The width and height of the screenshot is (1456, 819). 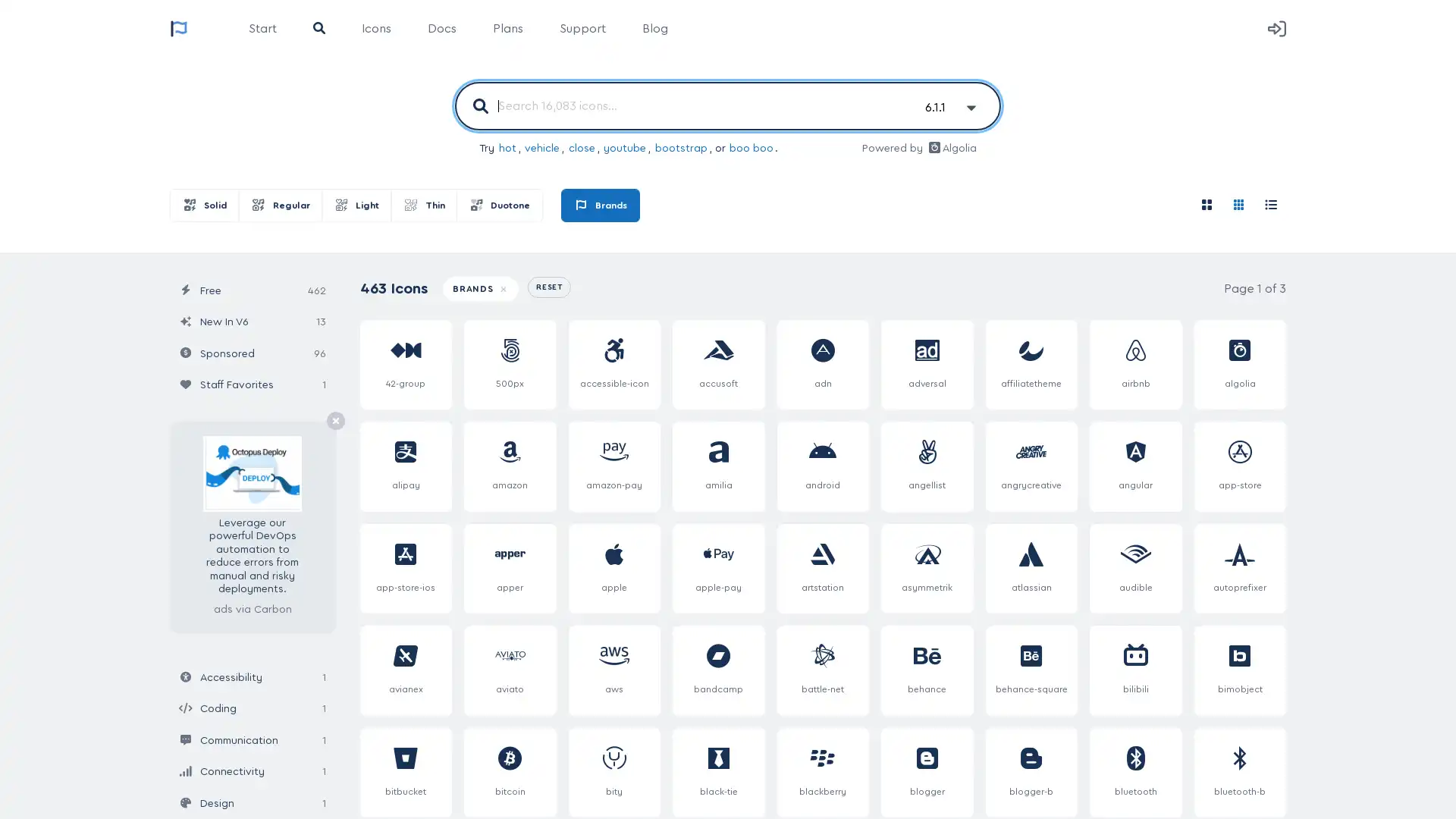 I want to click on behance-square, so click(x=1031, y=680).